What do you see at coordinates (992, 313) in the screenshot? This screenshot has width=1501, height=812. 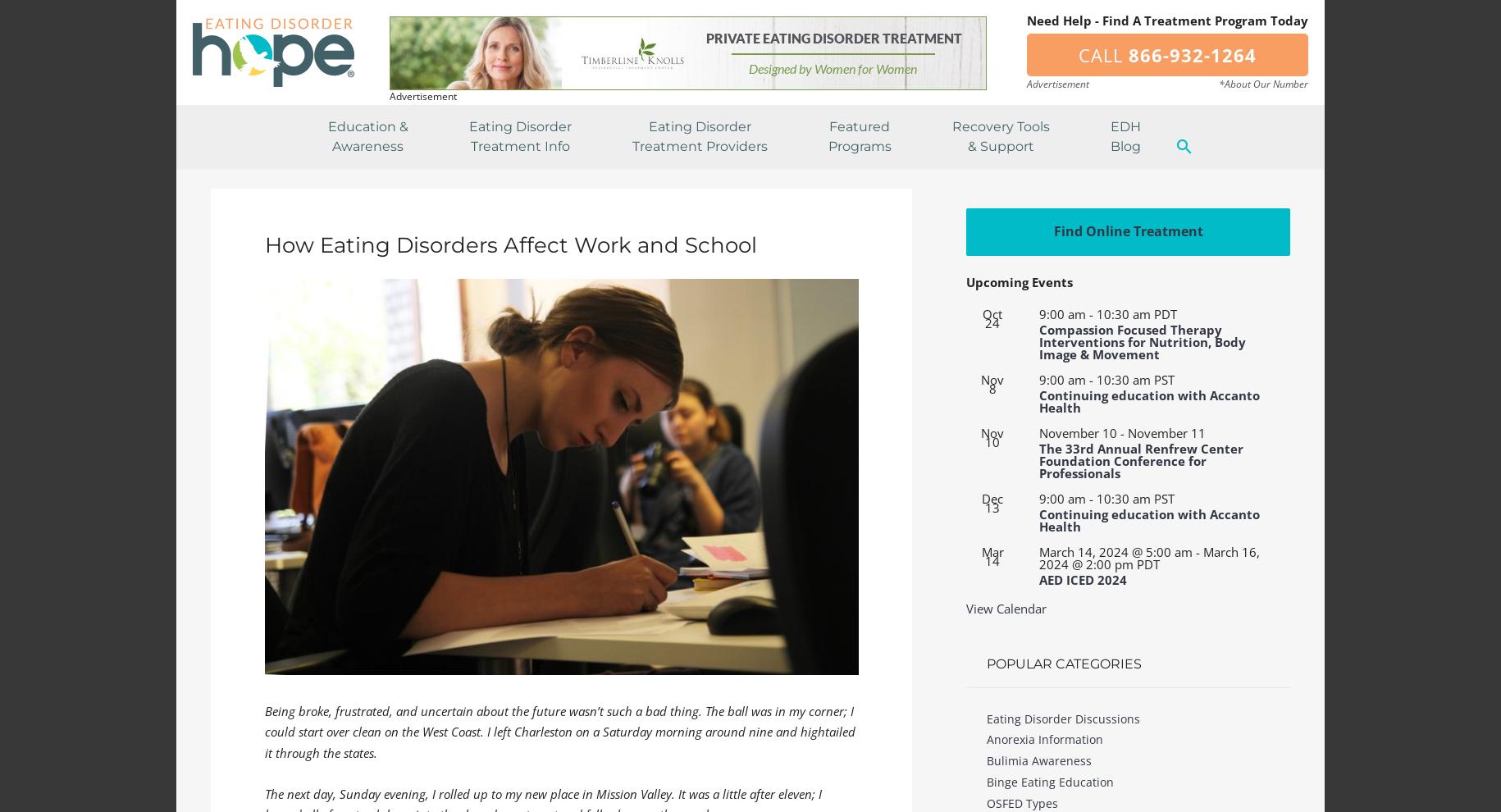 I see `'Oct'` at bounding box center [992, 313].